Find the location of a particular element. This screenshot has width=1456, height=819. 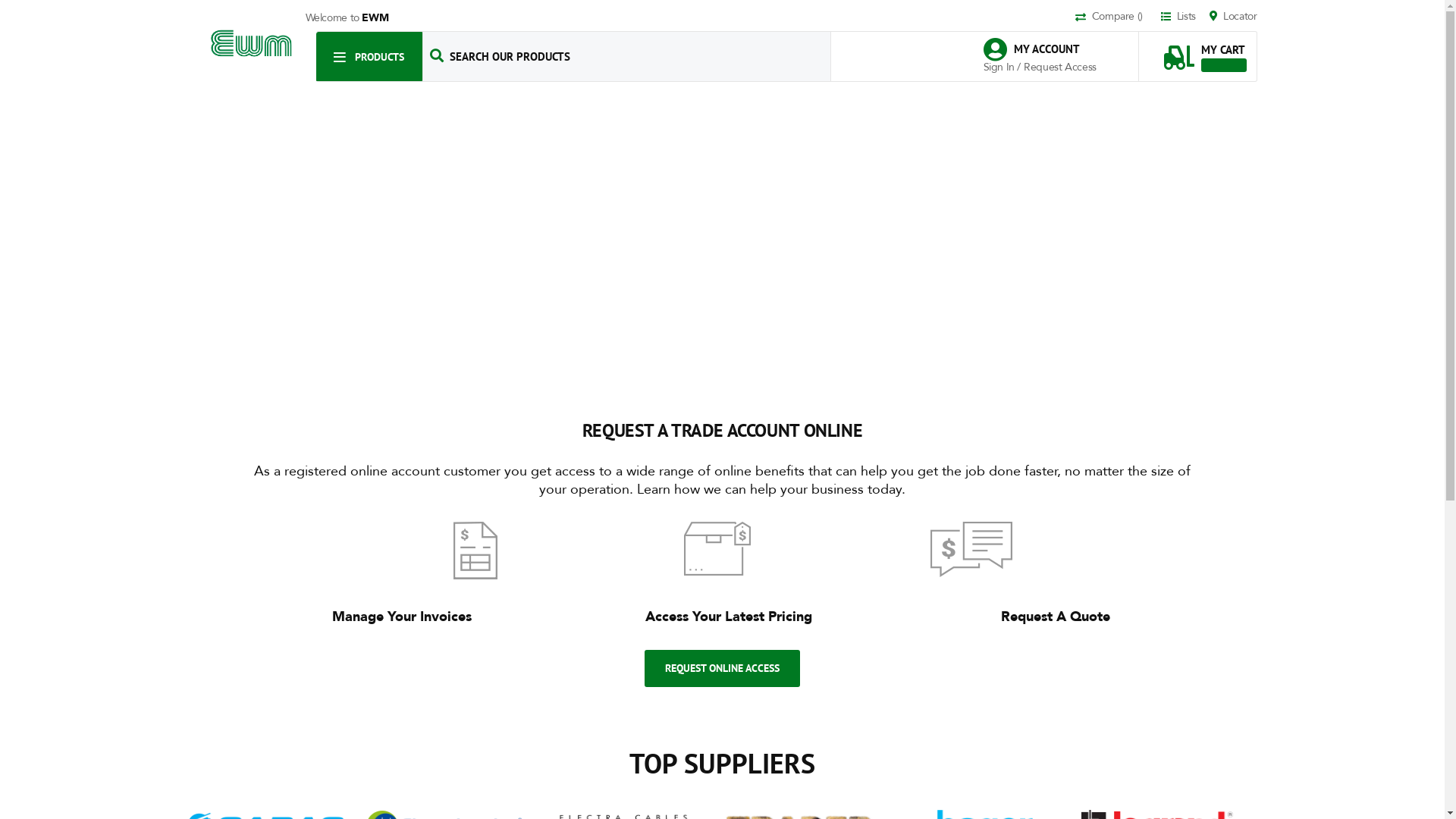

'Locator' is located at coordinates (1233, 17).